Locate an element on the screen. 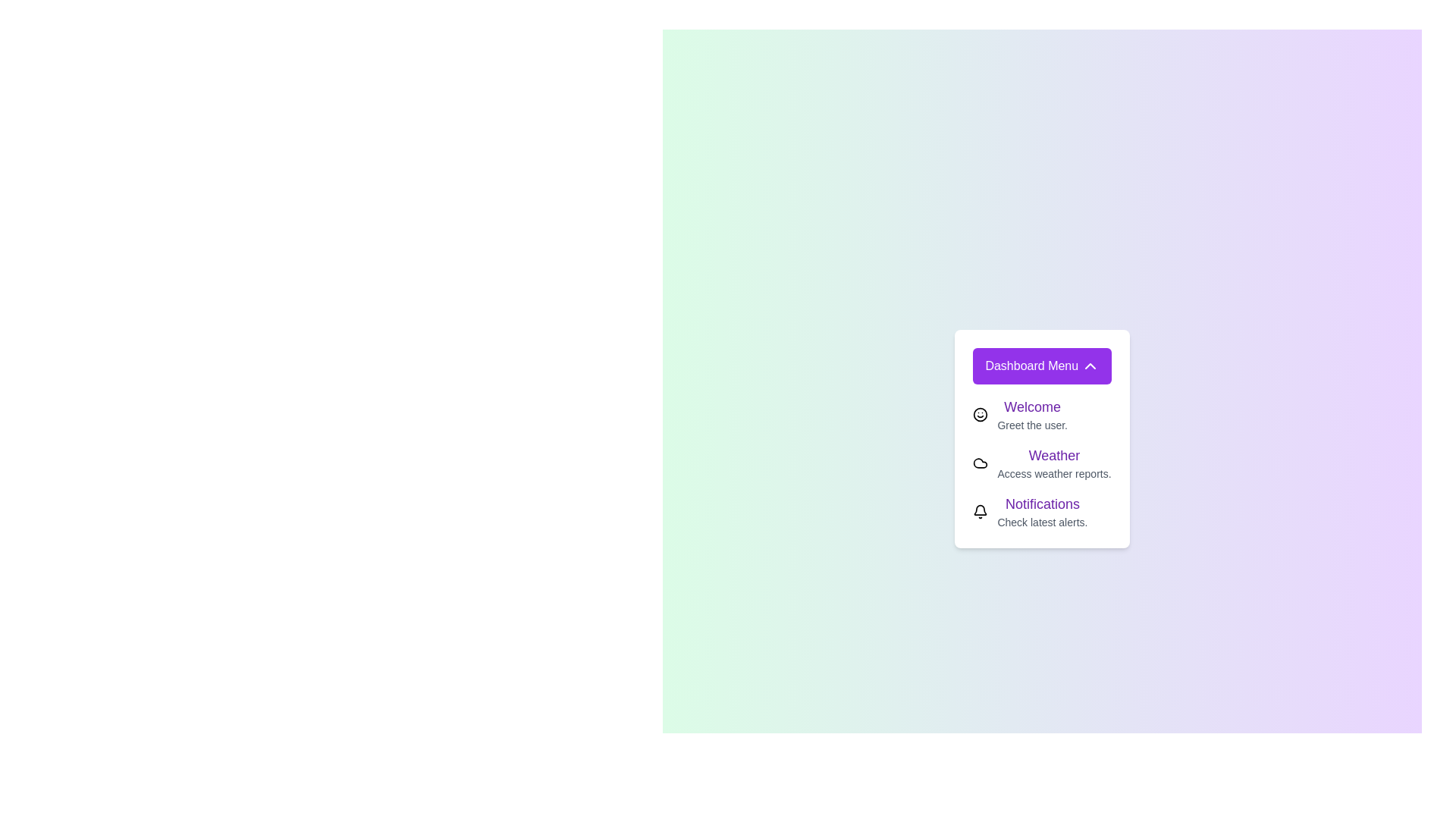 This screenshot has height=819, width=1456. the menu item corresponding to Notifications is located at coordinates (981, 512).